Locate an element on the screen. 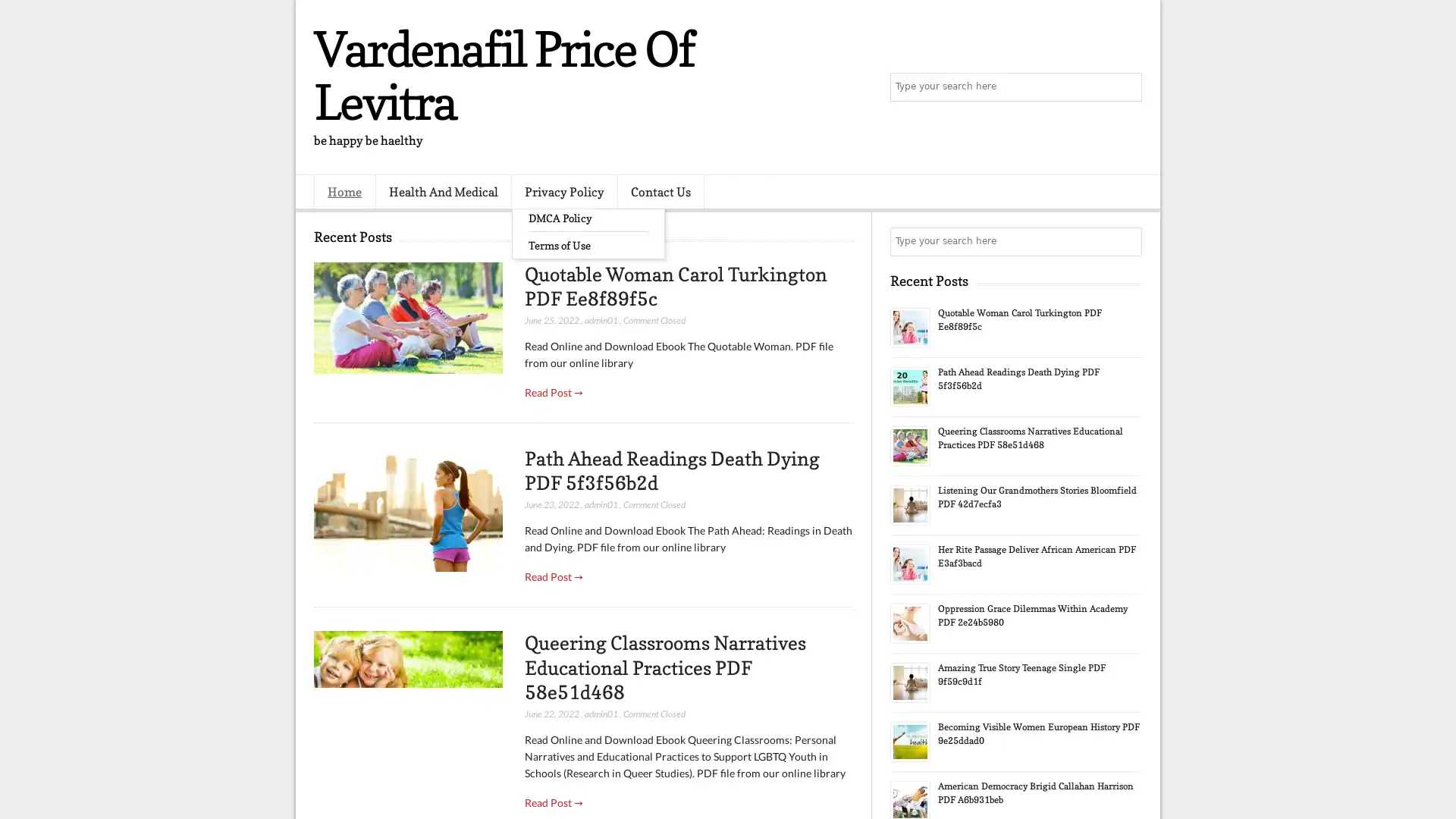 The height and width of the screenshot is (819, 1456). Search is located at coordinates (1126, 87).